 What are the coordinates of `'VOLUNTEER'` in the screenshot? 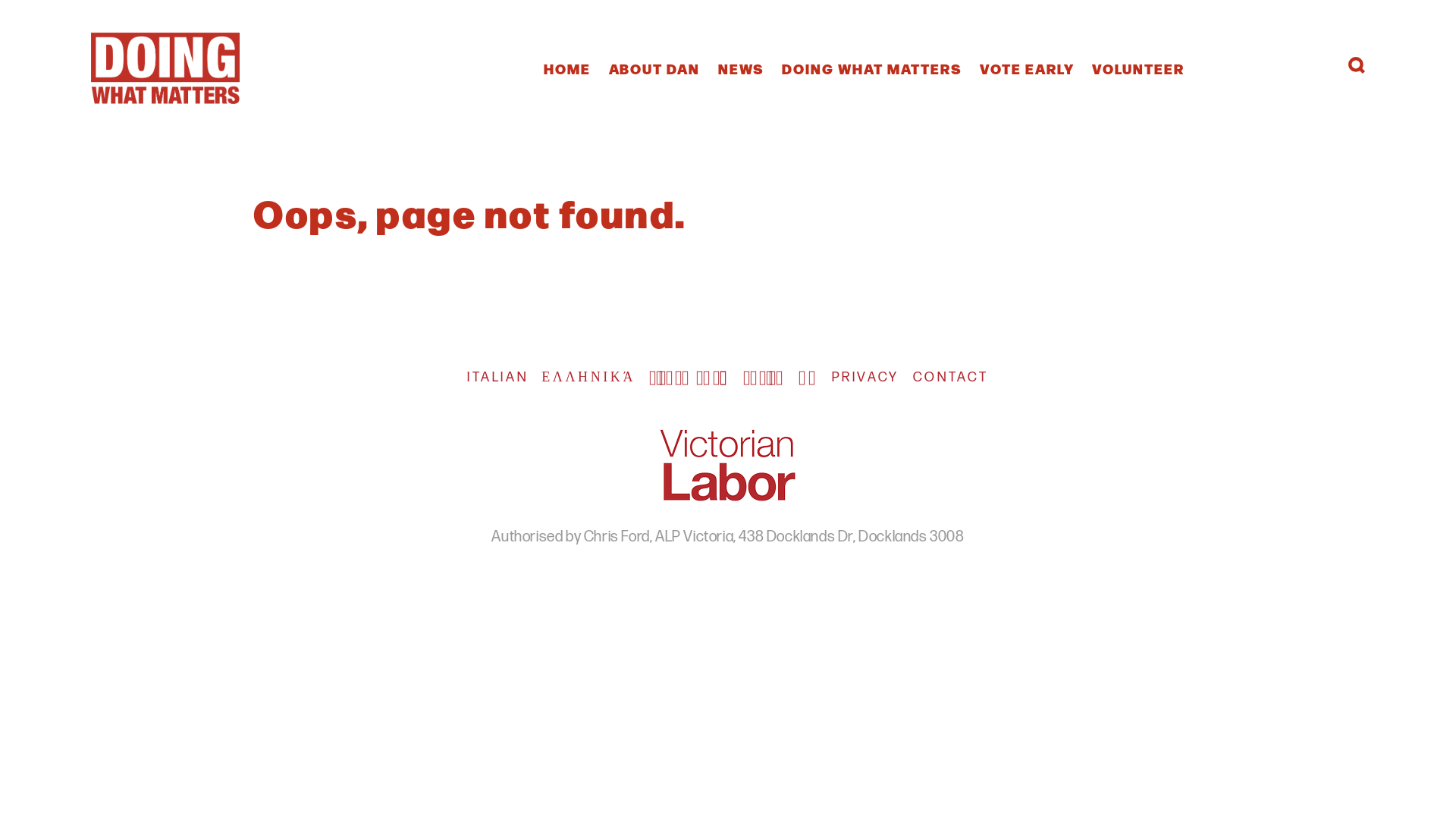 It's located at (1138, 67).